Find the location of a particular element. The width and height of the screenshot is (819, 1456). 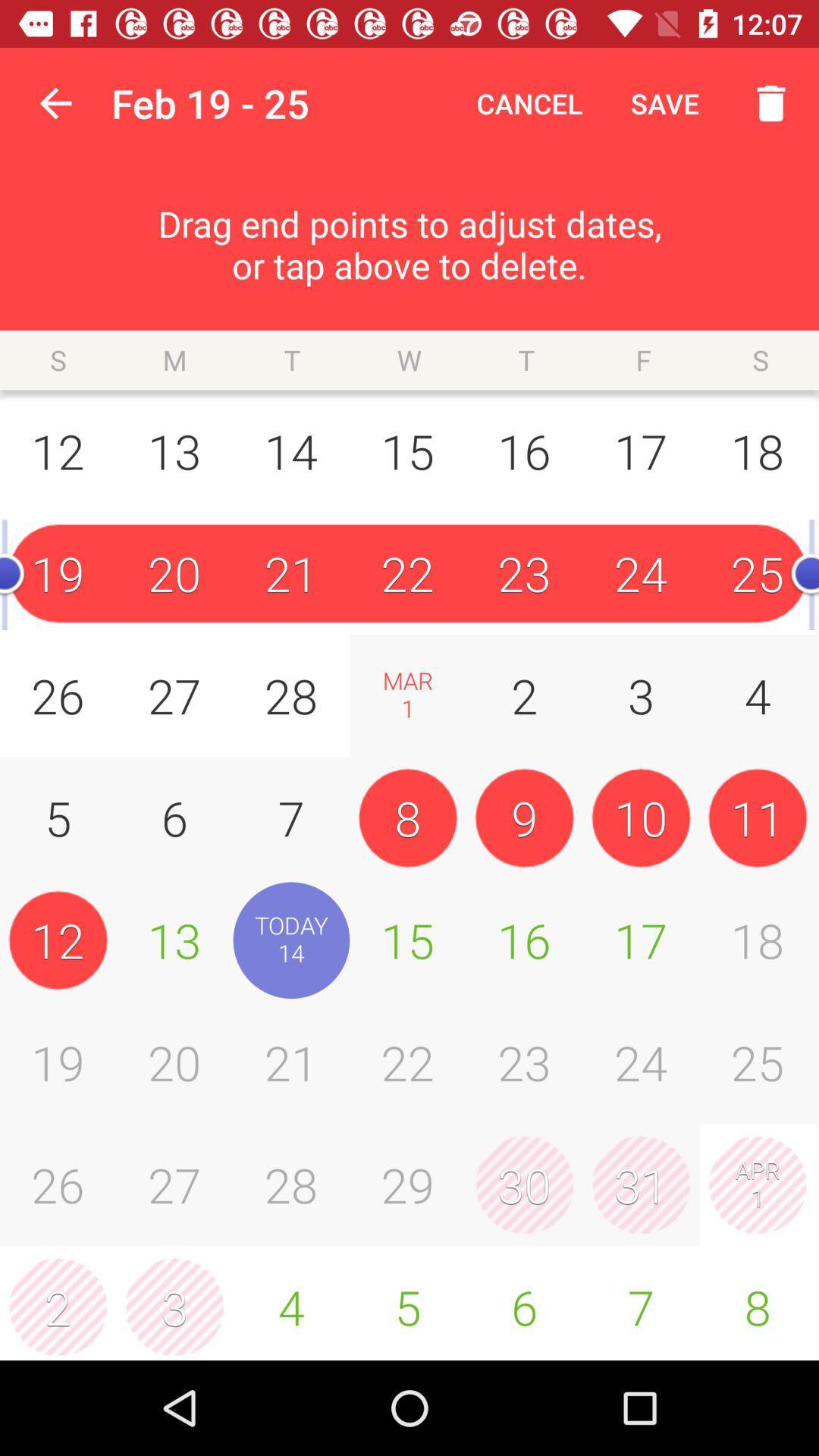

cancel item is located at coordinates (529, 102).